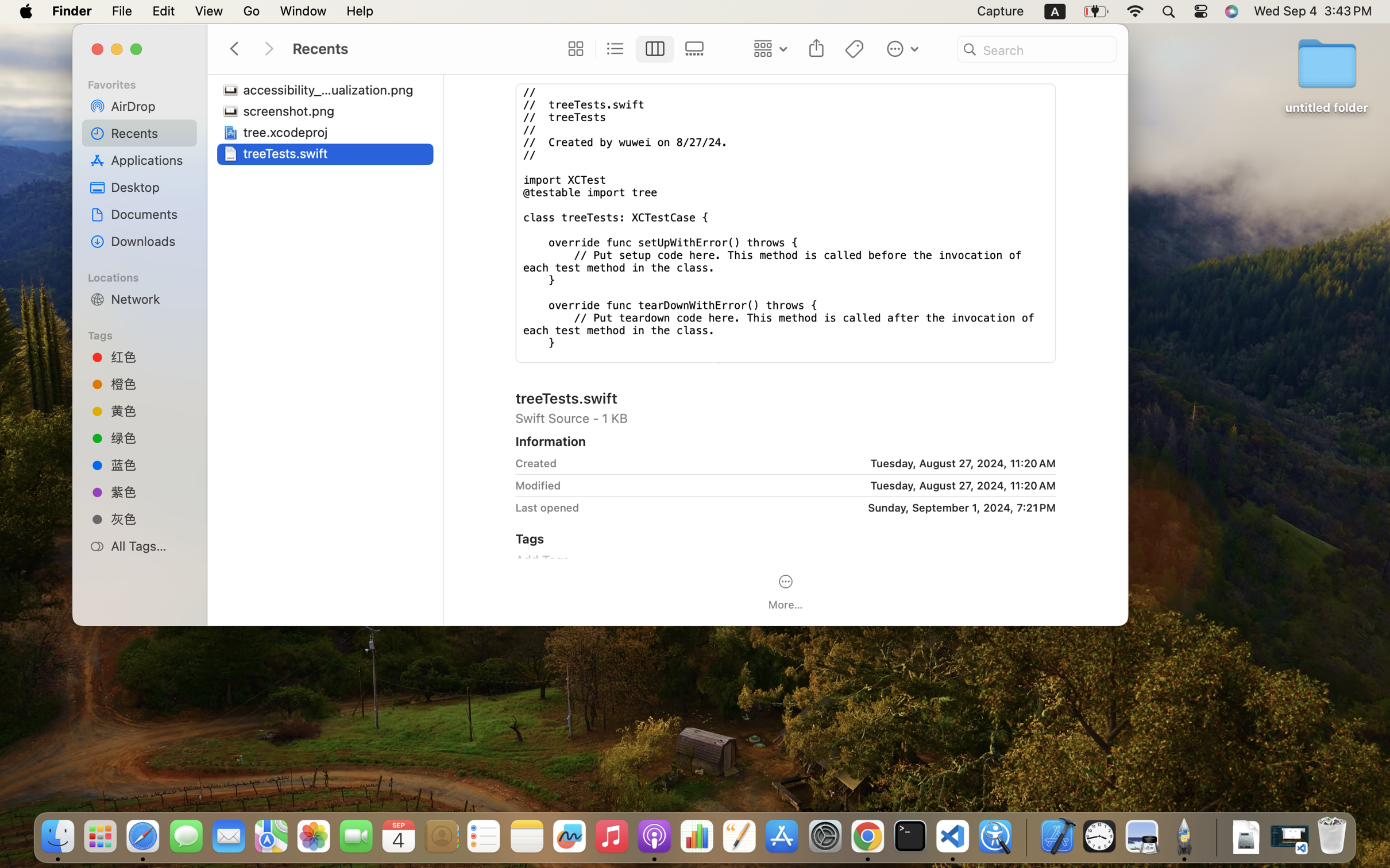  I want to click on 'Documents', so click(149, 214).